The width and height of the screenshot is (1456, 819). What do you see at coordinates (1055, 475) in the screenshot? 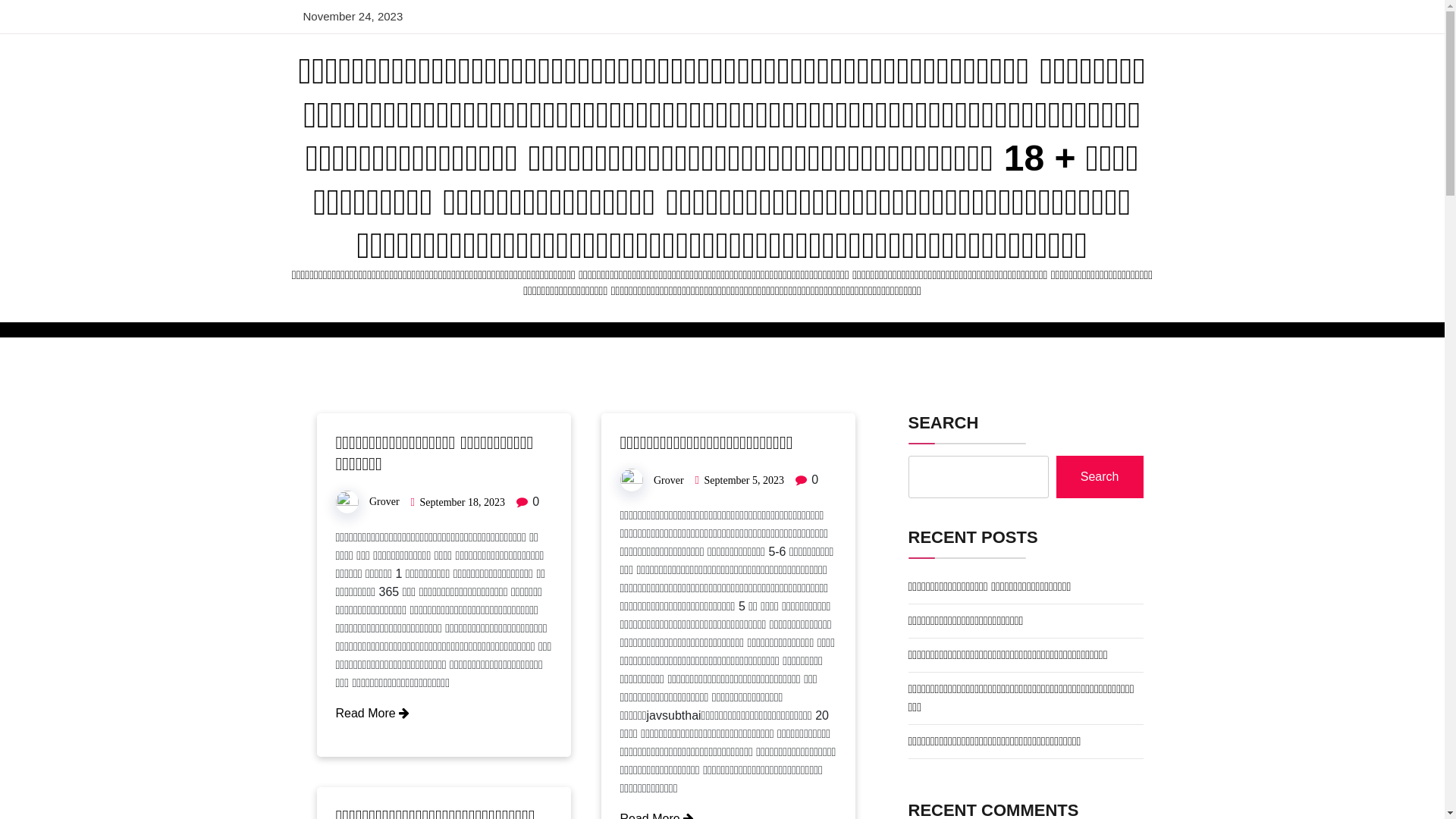
I see `'Search'` at bounding box center [1055, 475].